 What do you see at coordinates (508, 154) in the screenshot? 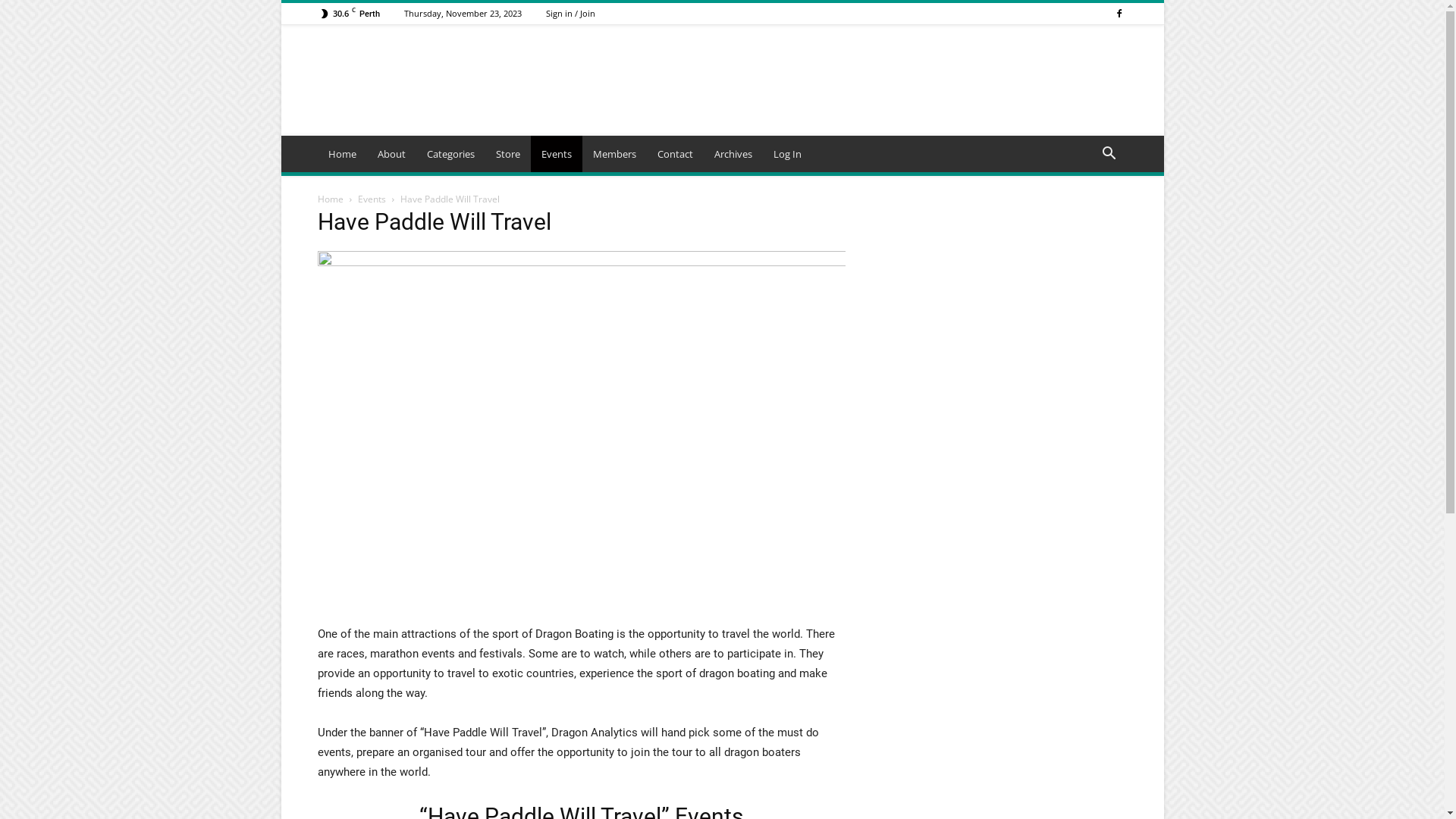
I see `'Store'` at bounding box center [508, 154].